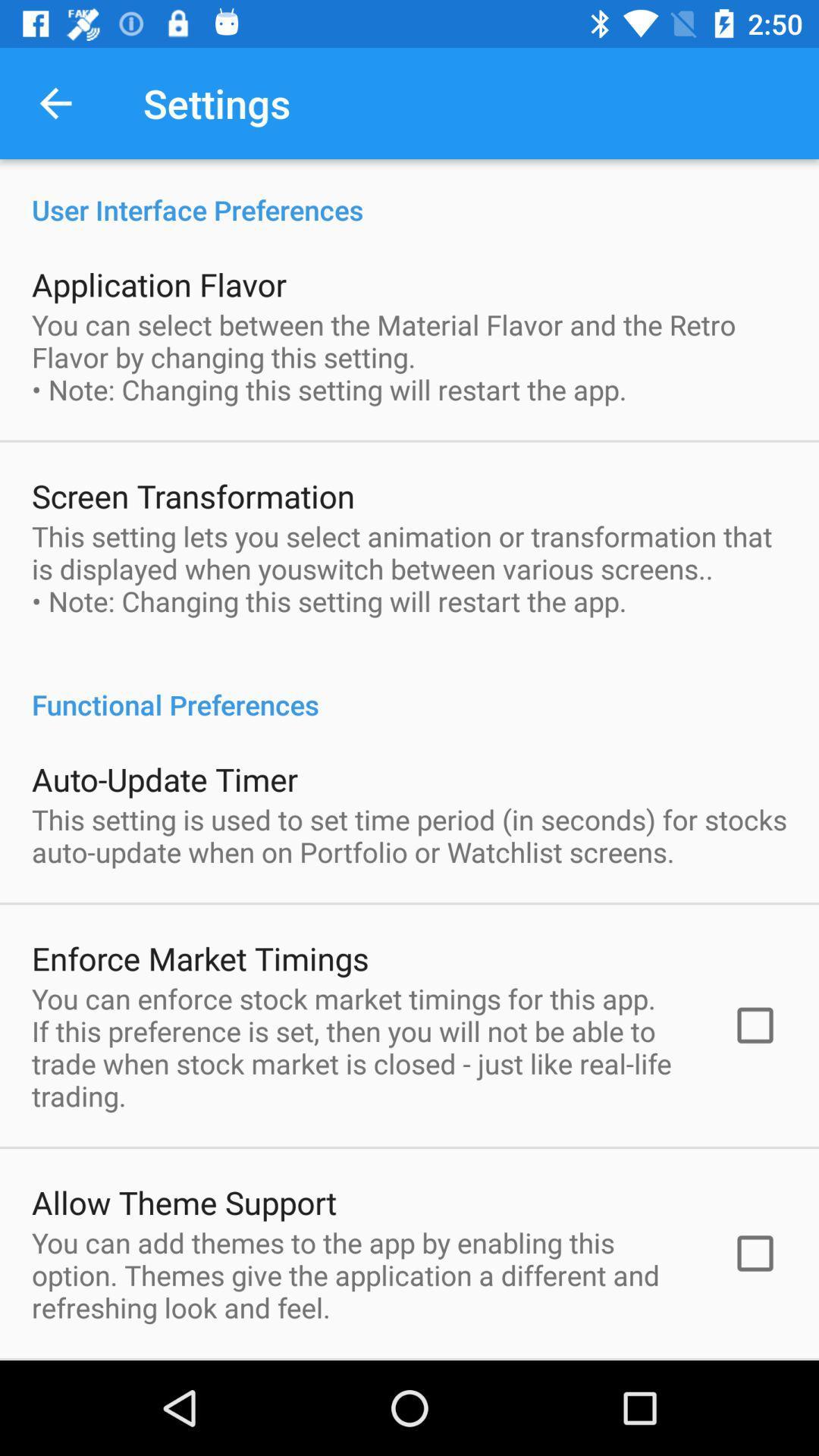 The image size is (819, 1456). Describe the element at coordinates (409, 688) in the screenshot. I see `icon below the this setting lets icon` at that location.